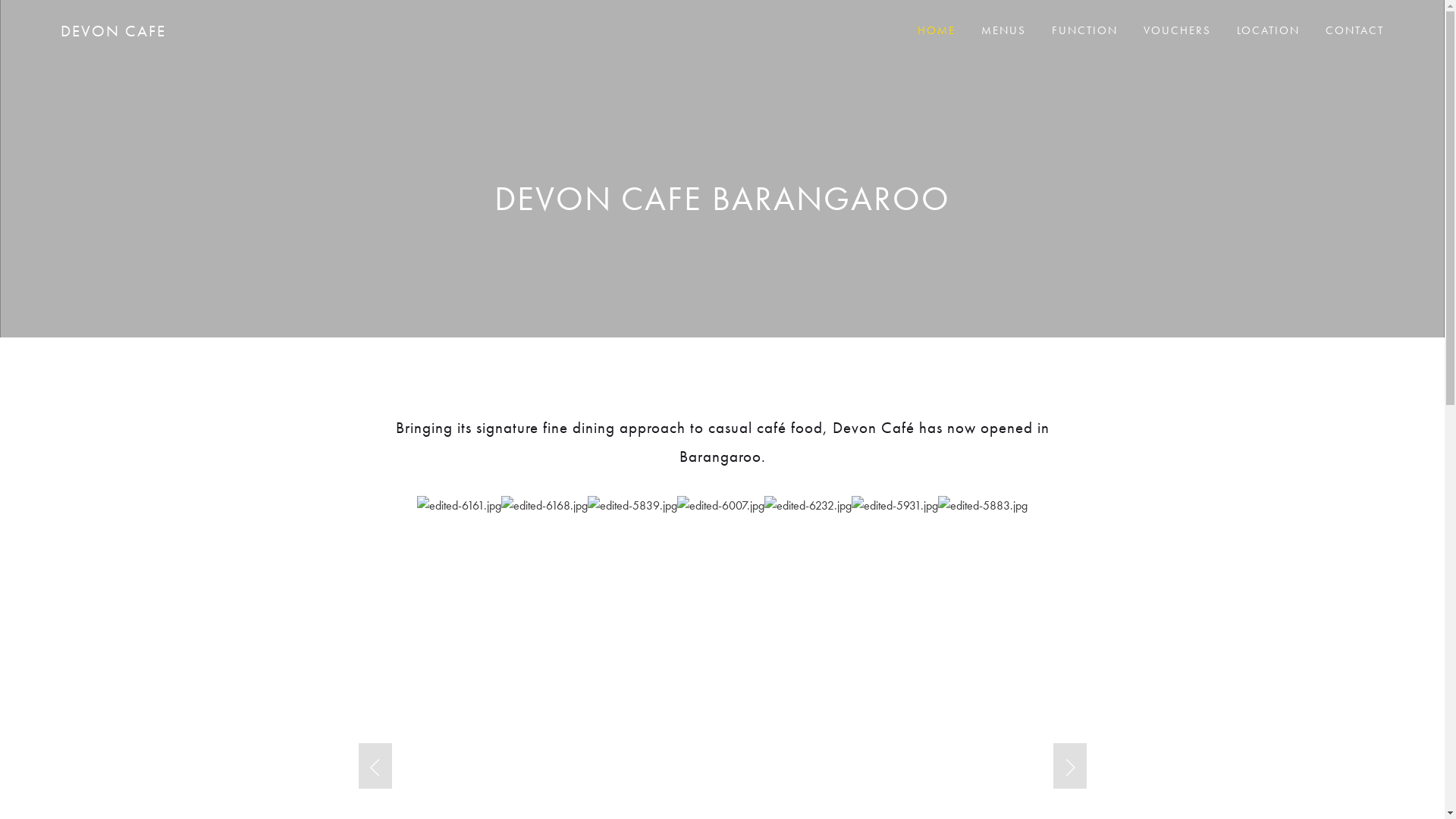  Describe the element at coordinates (1176, 30) in the screenshot. I see `'VOUCHERS'` at that location.